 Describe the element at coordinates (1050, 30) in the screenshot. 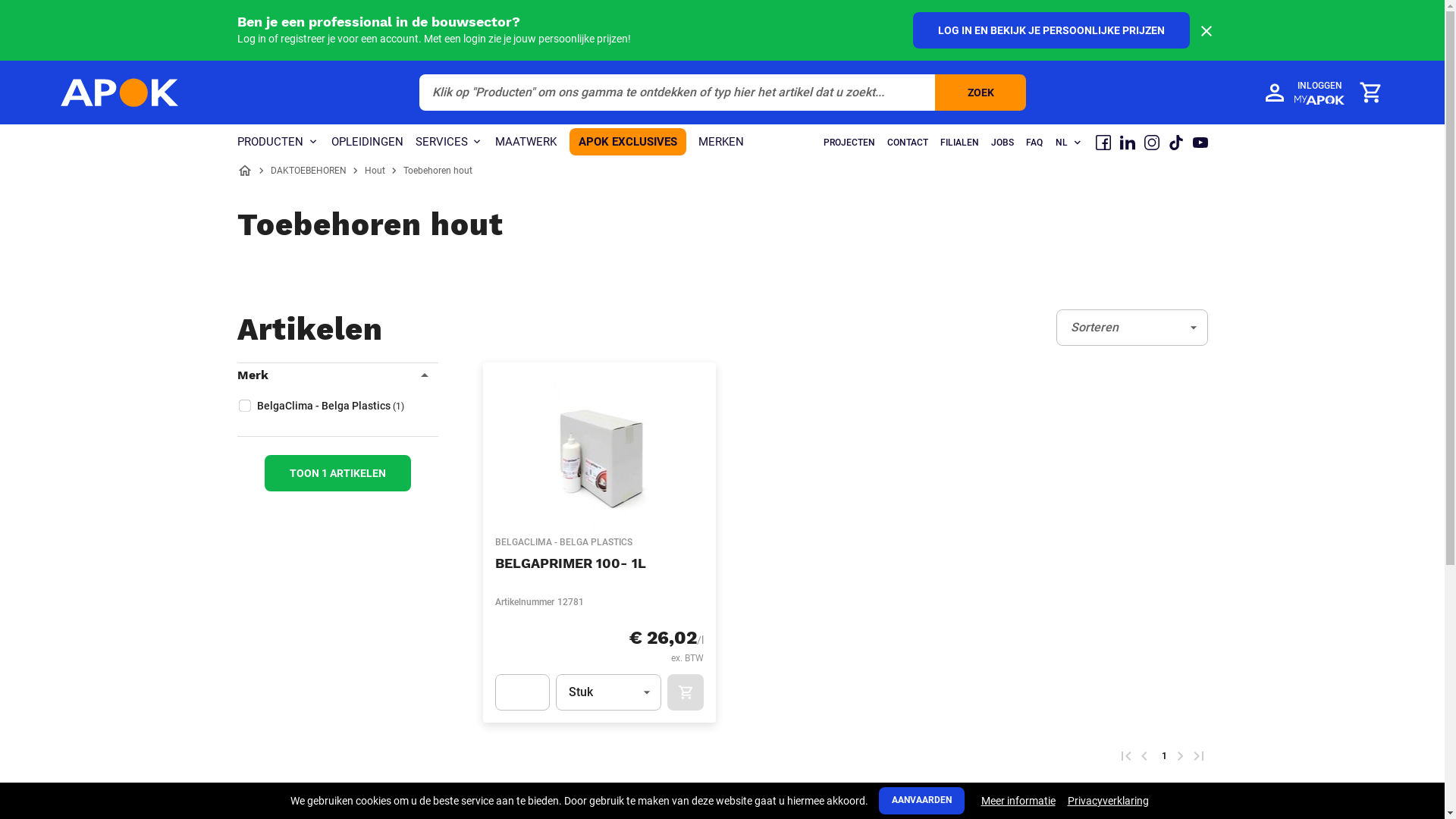

I see `'LOG IN EN BEKIJK JE PERSOONLIJKE PRIJZEN'` at that location.